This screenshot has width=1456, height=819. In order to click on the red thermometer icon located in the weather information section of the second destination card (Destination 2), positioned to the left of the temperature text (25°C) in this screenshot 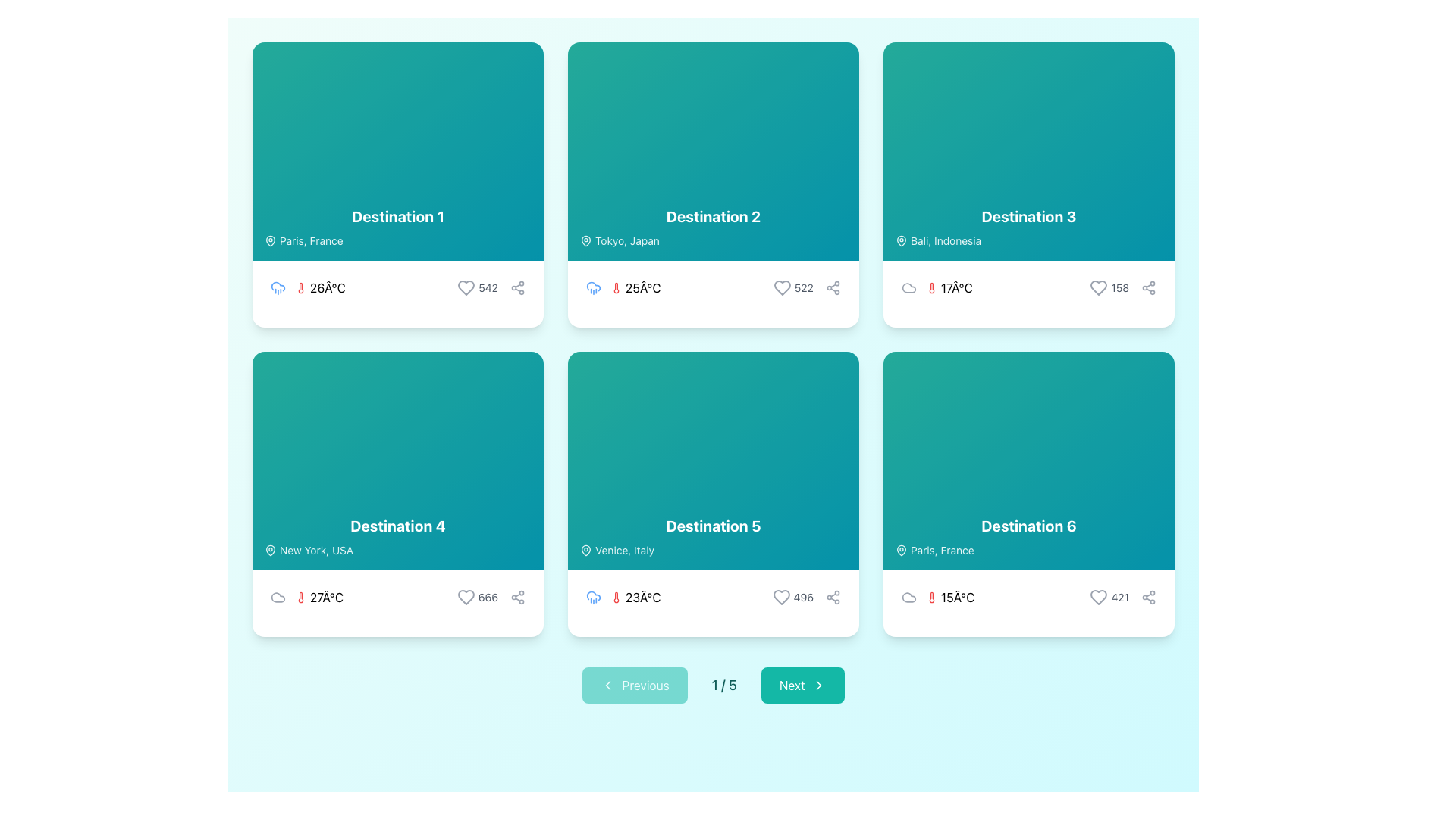, I will do `click(616, 288)`.